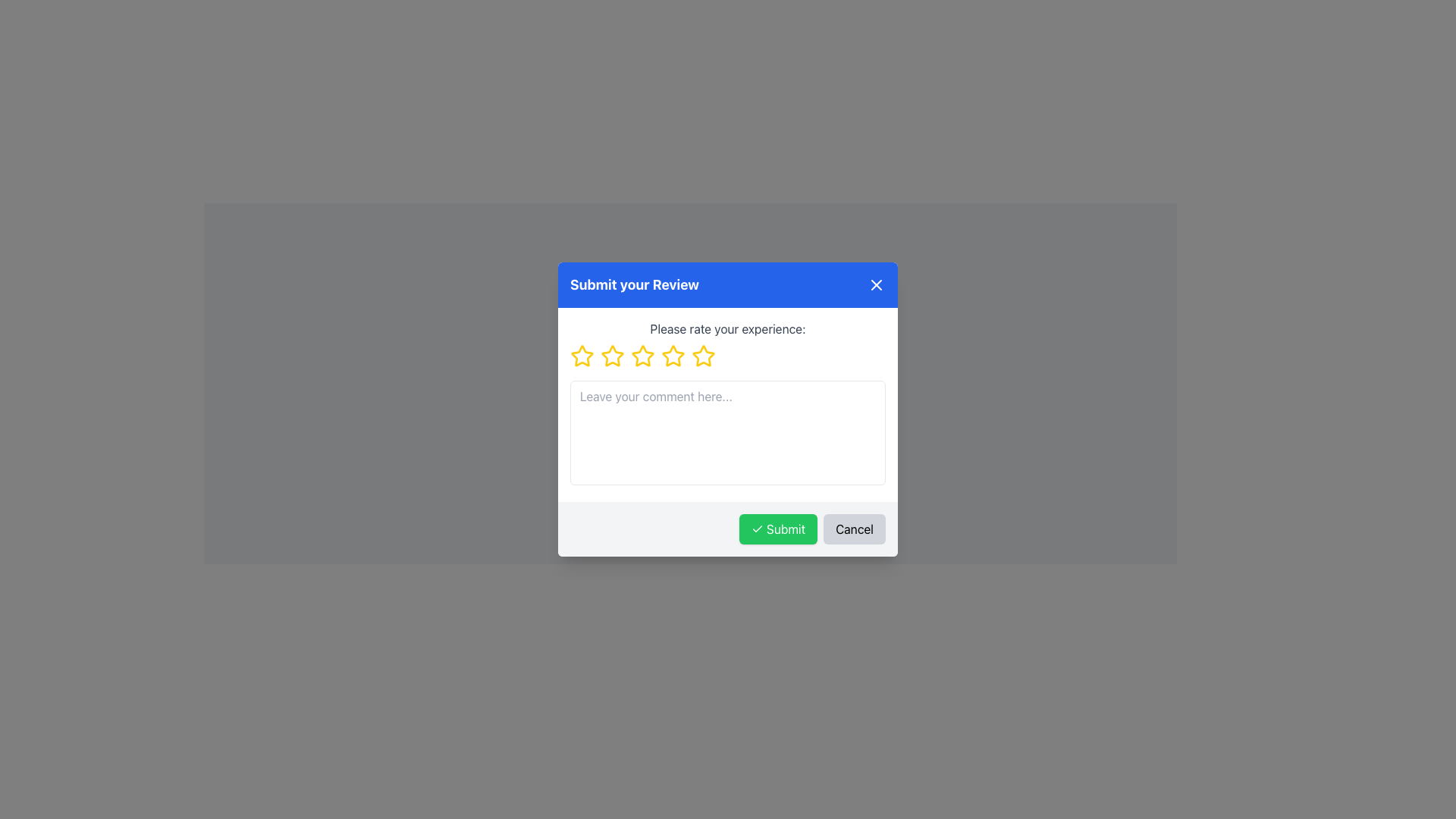  What do you see at coordinates (673, 356) in the screenshot?
I see `the sixth star icon in the rating component` at bounding box center [673, 356].